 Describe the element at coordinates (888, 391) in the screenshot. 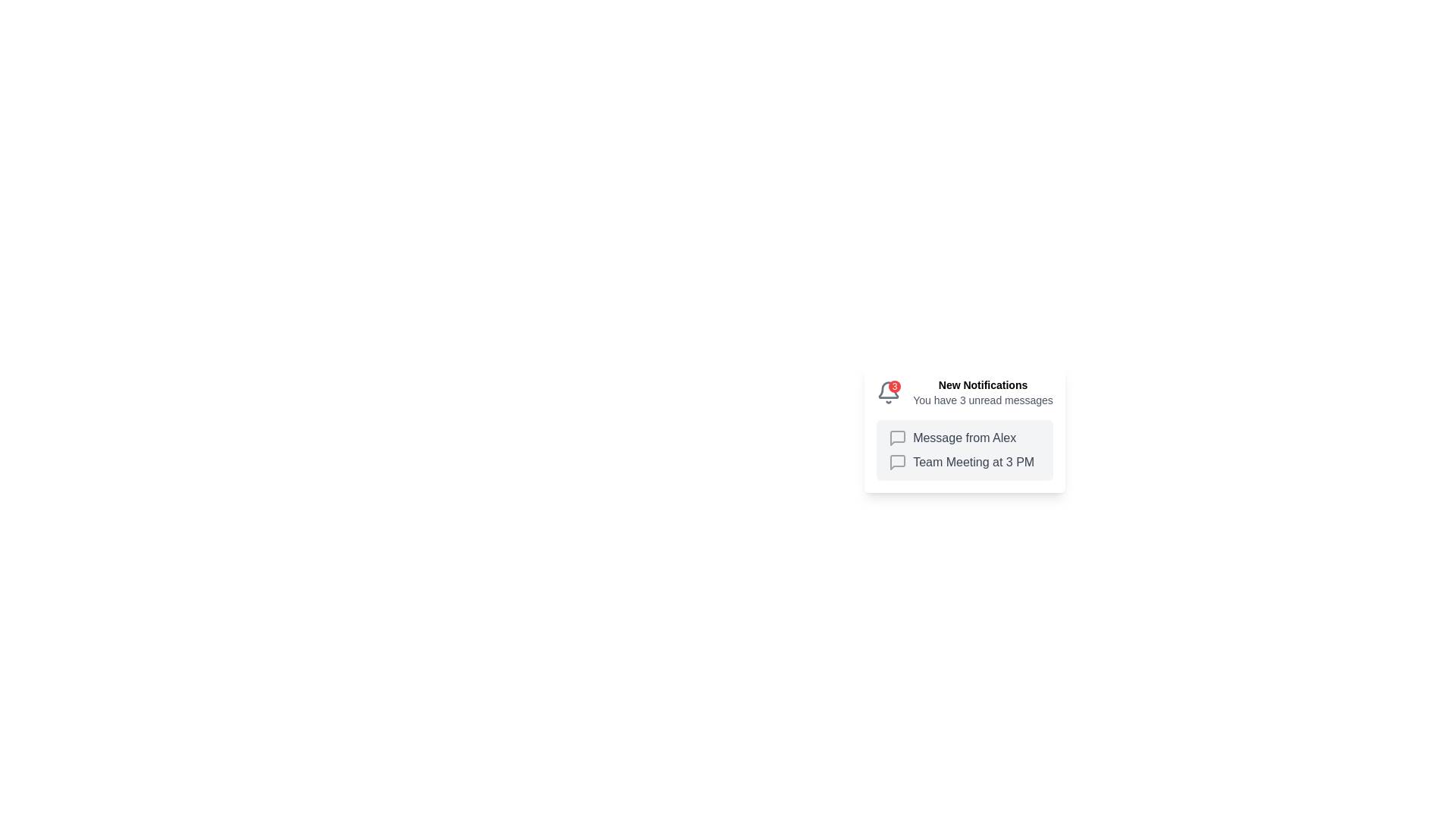

I see `the red circular badge on the notification icon styled as a bell, which indicates 3 new notifications` at that location.